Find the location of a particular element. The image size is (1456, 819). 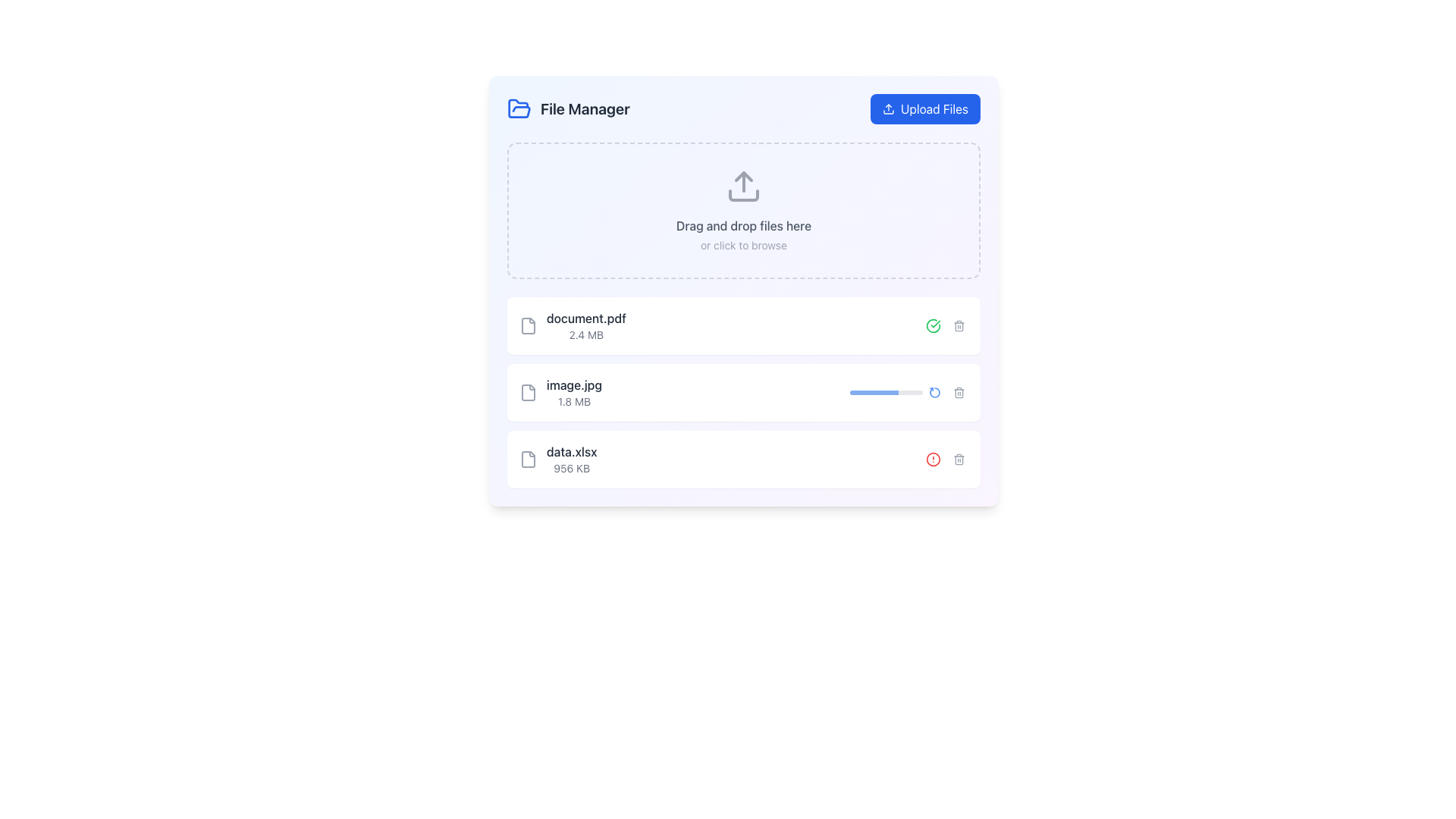

the textual display of file metadata located at the bottom row of the file manager interface is located at coordinates (557, 458).